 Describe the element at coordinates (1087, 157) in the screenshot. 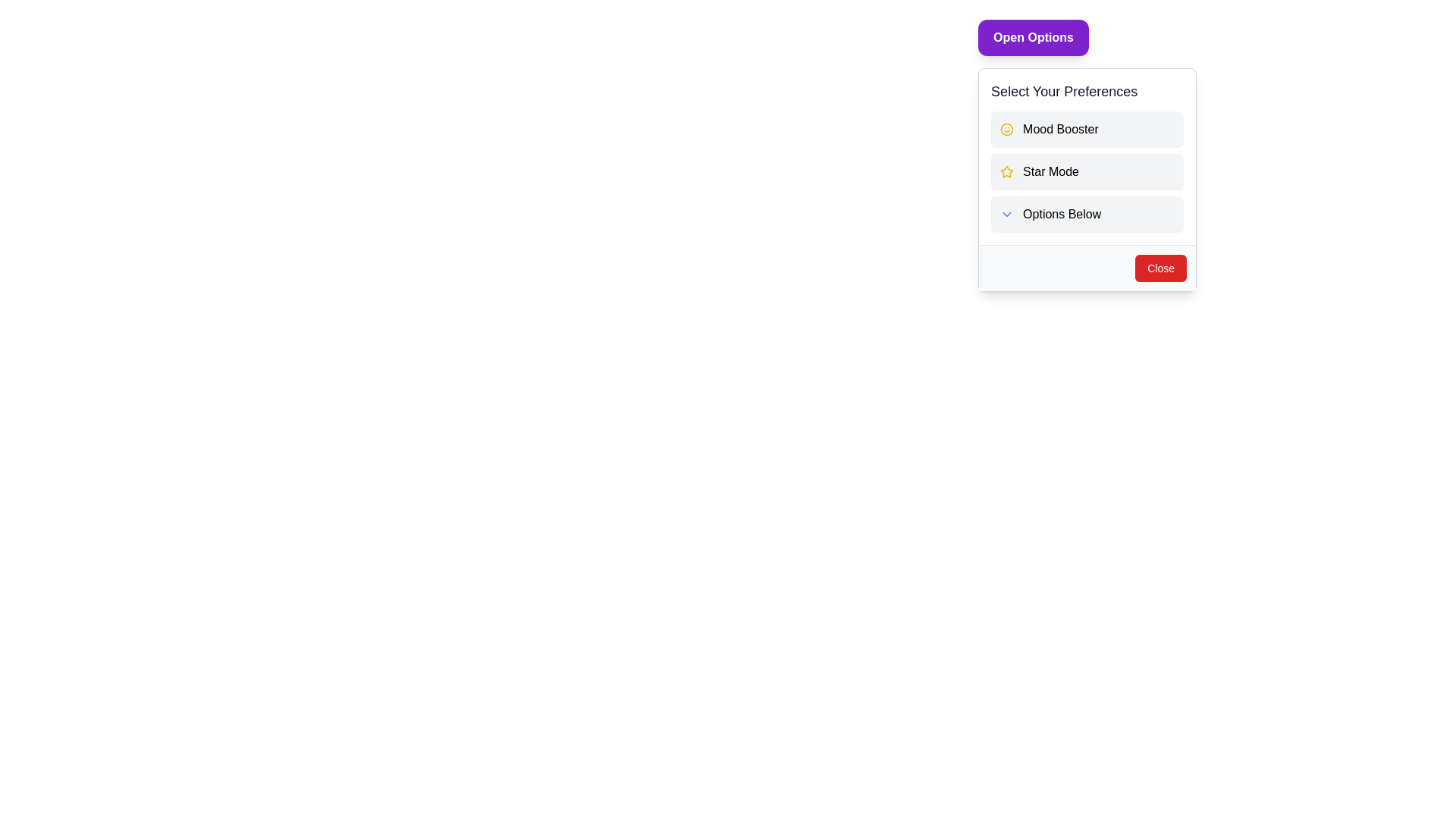

I see `the 'Star Mode' option in the 'Select Your Preferences' dropdown menu` at that location.